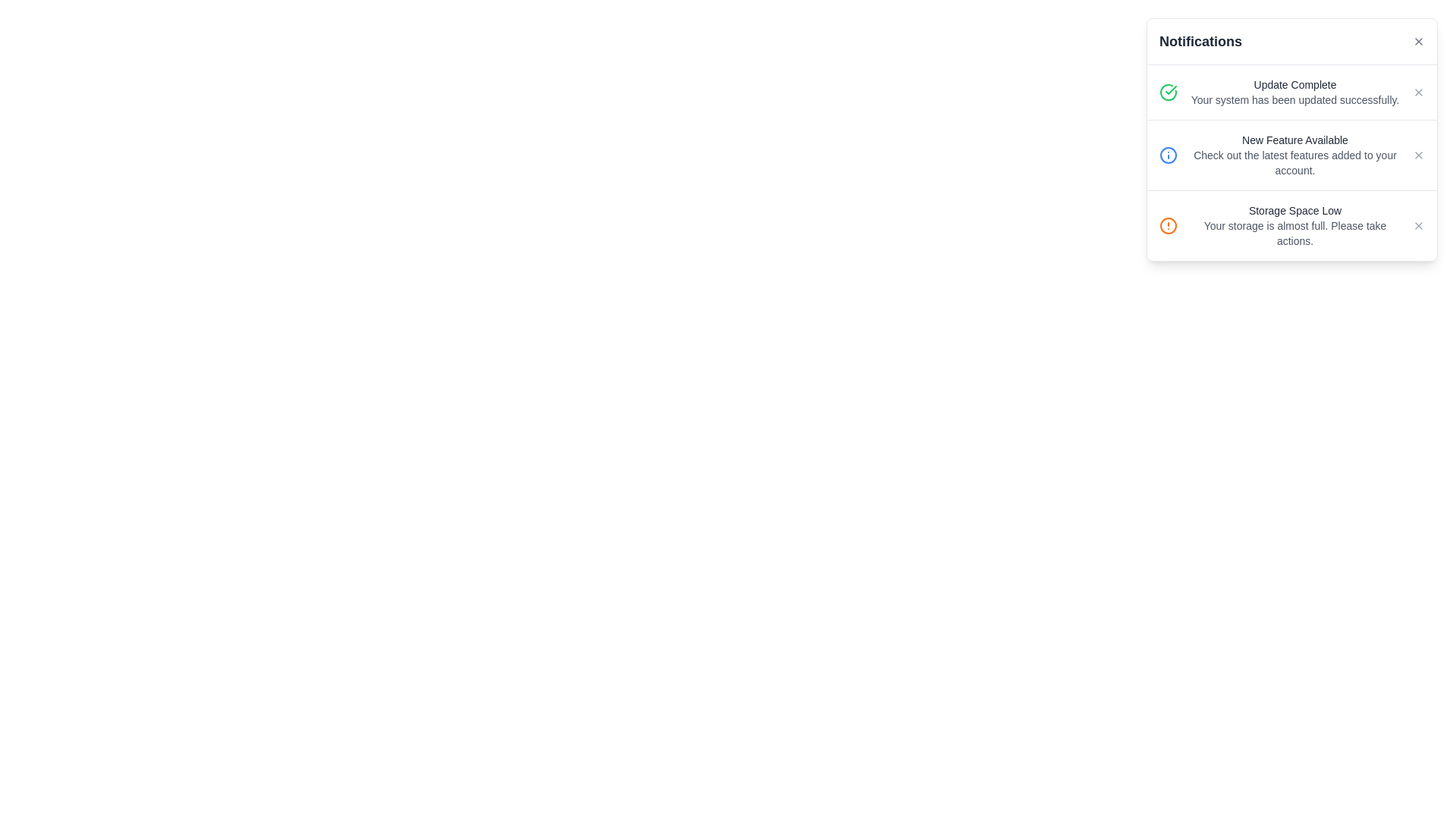 Image resolution: width=1456 pixels, height=819 pixels. What do you see at coordinates (1418, 40) in the screenshot?
I see `the close button in the top-right corner of the Notifications header section to change its color to red` at bounding box center [1418, 40].